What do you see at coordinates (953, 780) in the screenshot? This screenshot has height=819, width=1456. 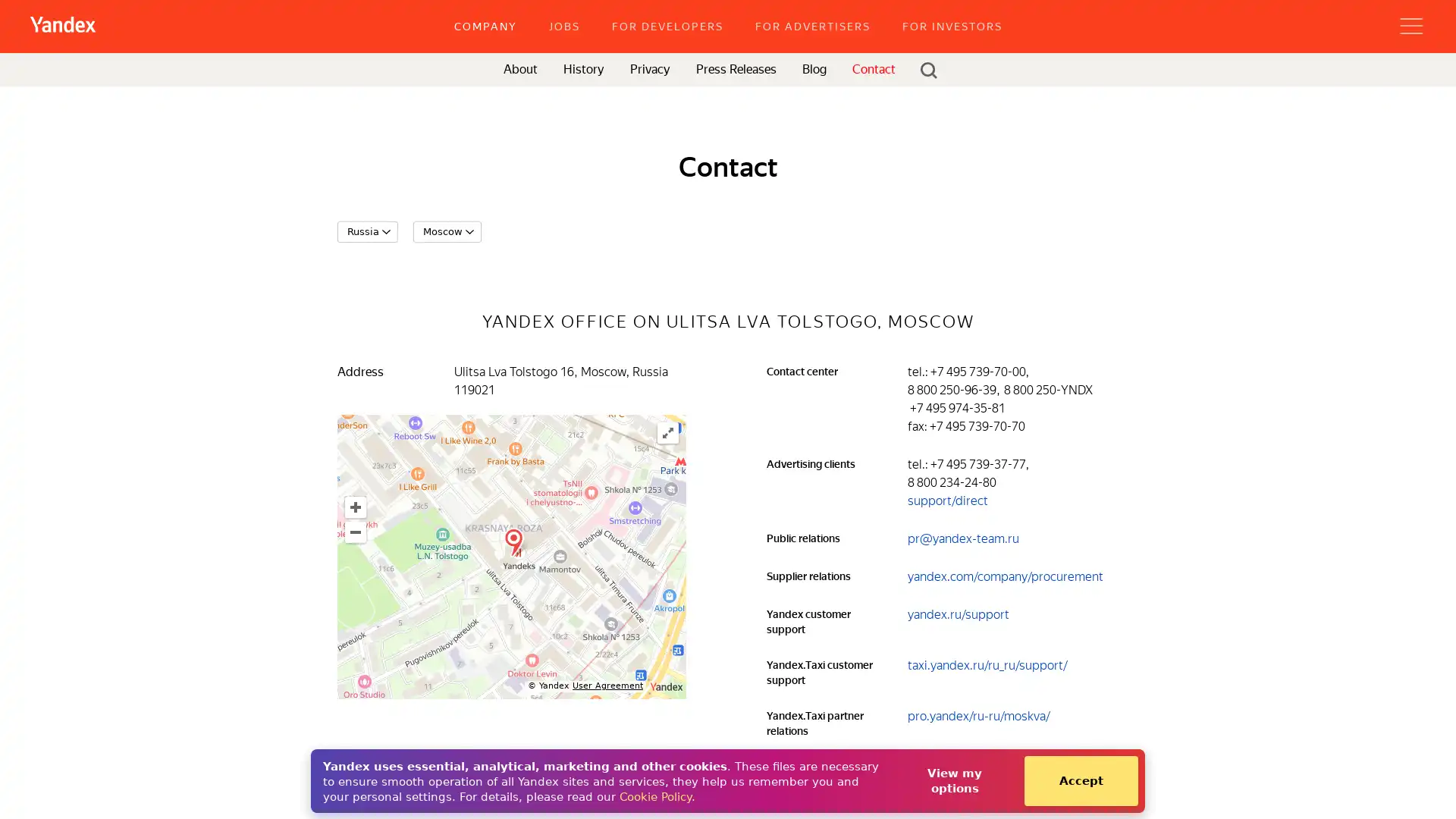 I see `View my options` at bounding box center [953, 780].